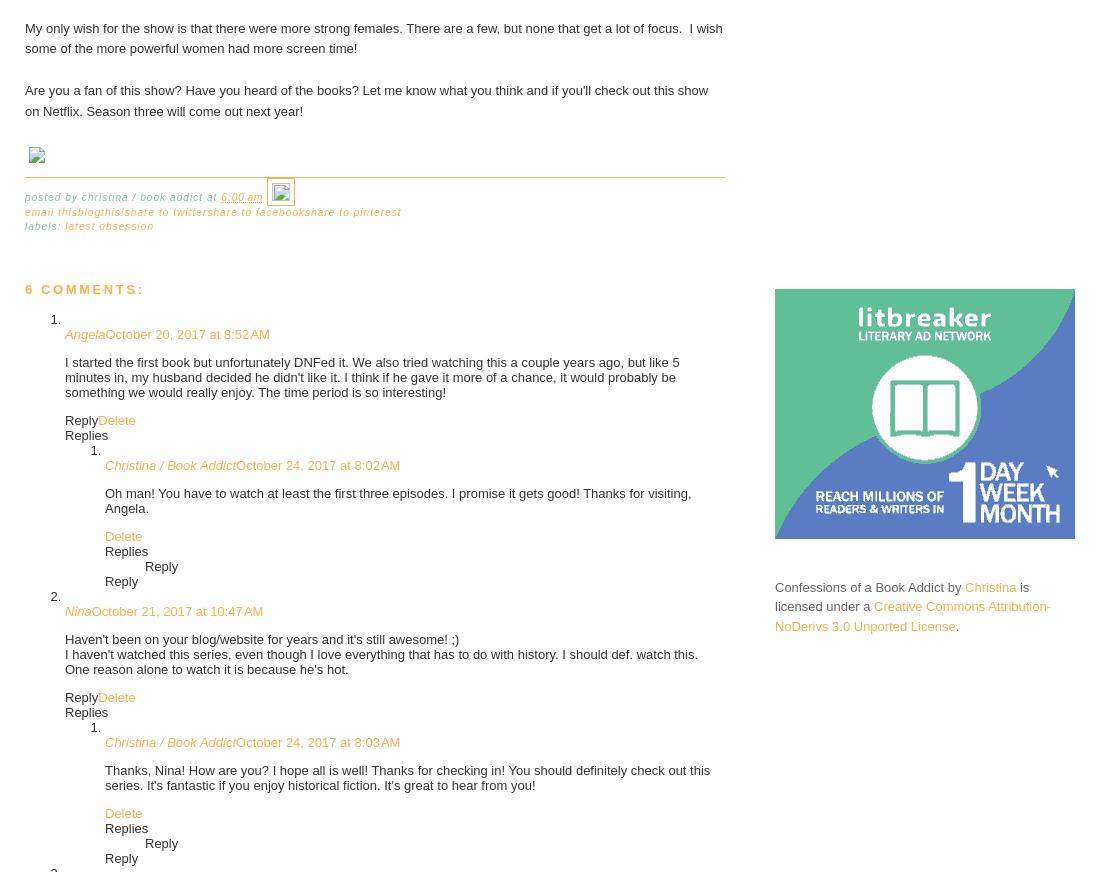 The image size is (1100, 872). I want to click on 'Latest Obsession', so click(109, 225).